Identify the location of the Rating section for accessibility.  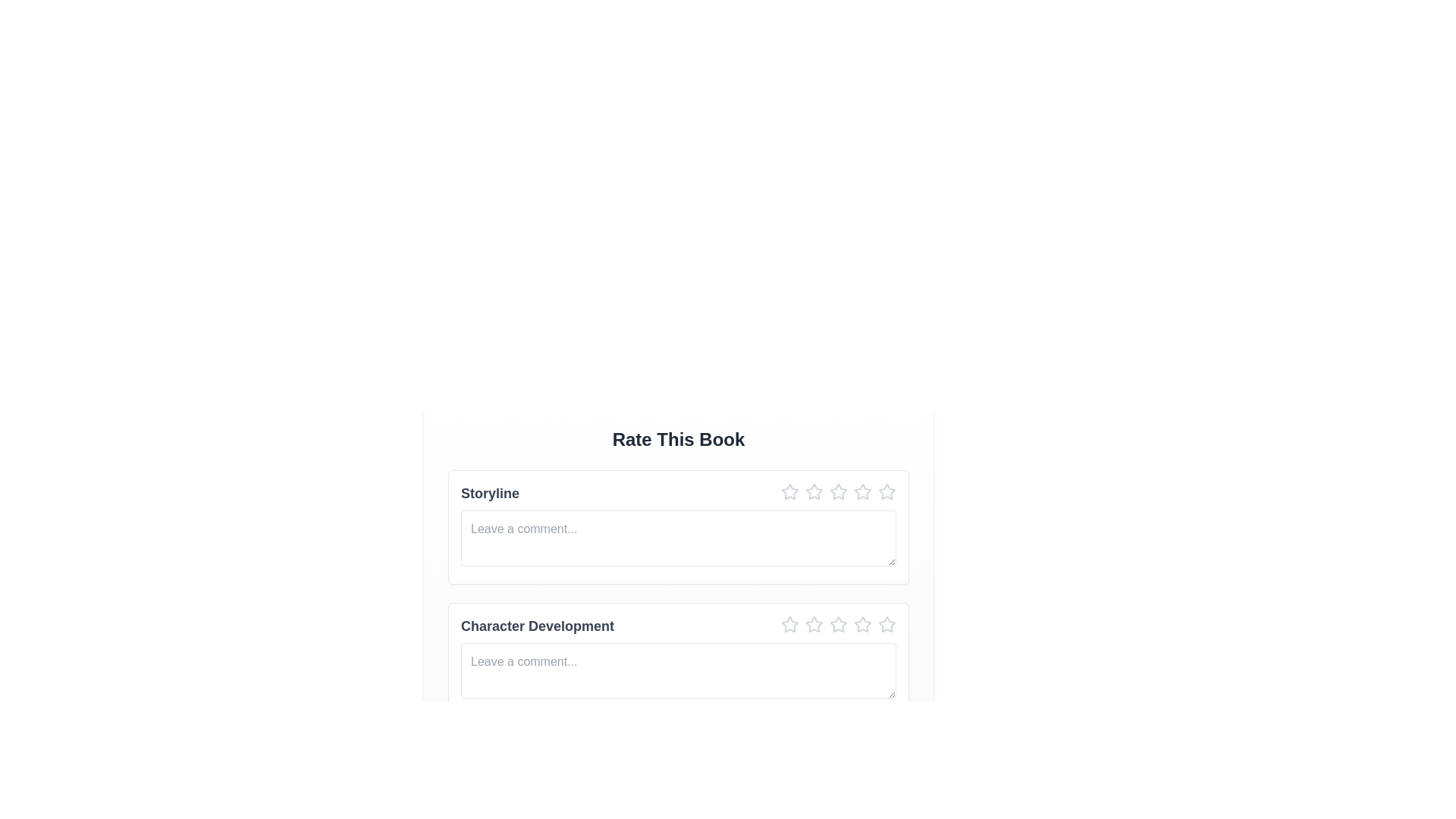
(677, 494).